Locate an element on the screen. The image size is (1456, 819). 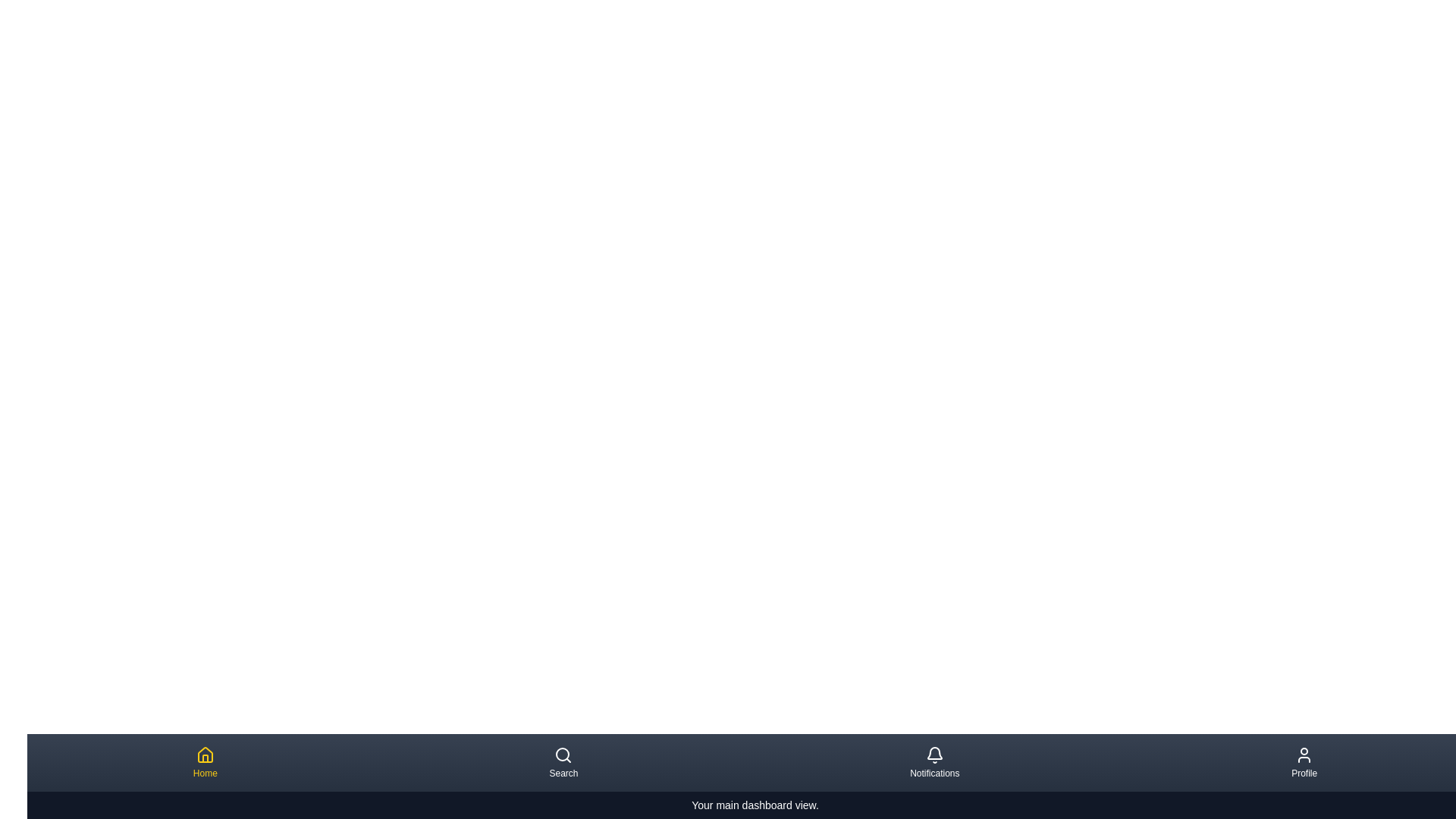
the navigation item corresponding to Profile to preview its description is located at coordinates (1303, 763).